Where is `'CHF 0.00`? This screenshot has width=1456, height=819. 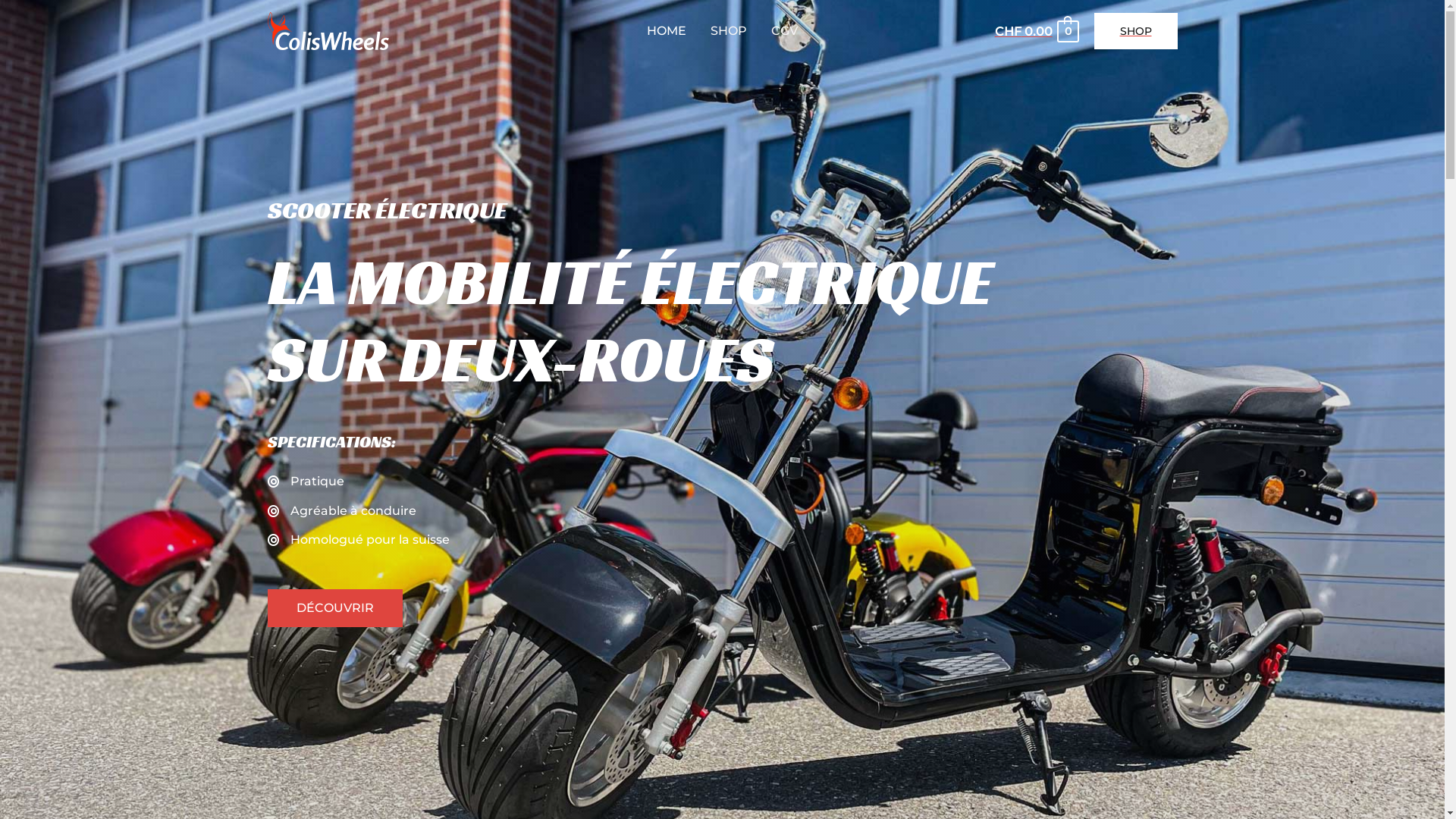
'CHF 0.00 is located at coordinates (1035, 31).